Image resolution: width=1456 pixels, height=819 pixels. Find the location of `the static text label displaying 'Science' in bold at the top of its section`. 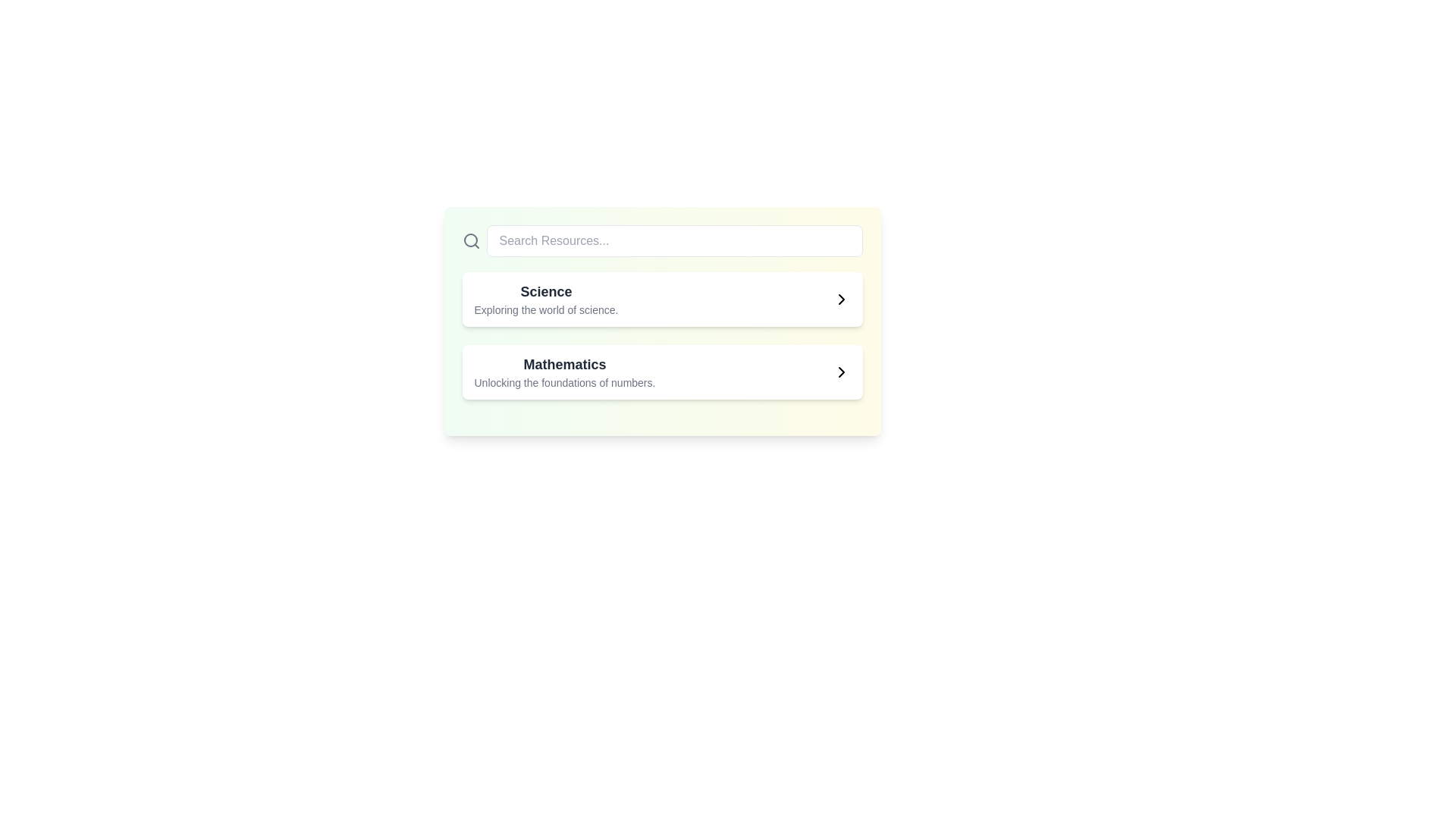

the static text label displaying 'Science' in bold at the top of its section is located at coordinates (546, 292).